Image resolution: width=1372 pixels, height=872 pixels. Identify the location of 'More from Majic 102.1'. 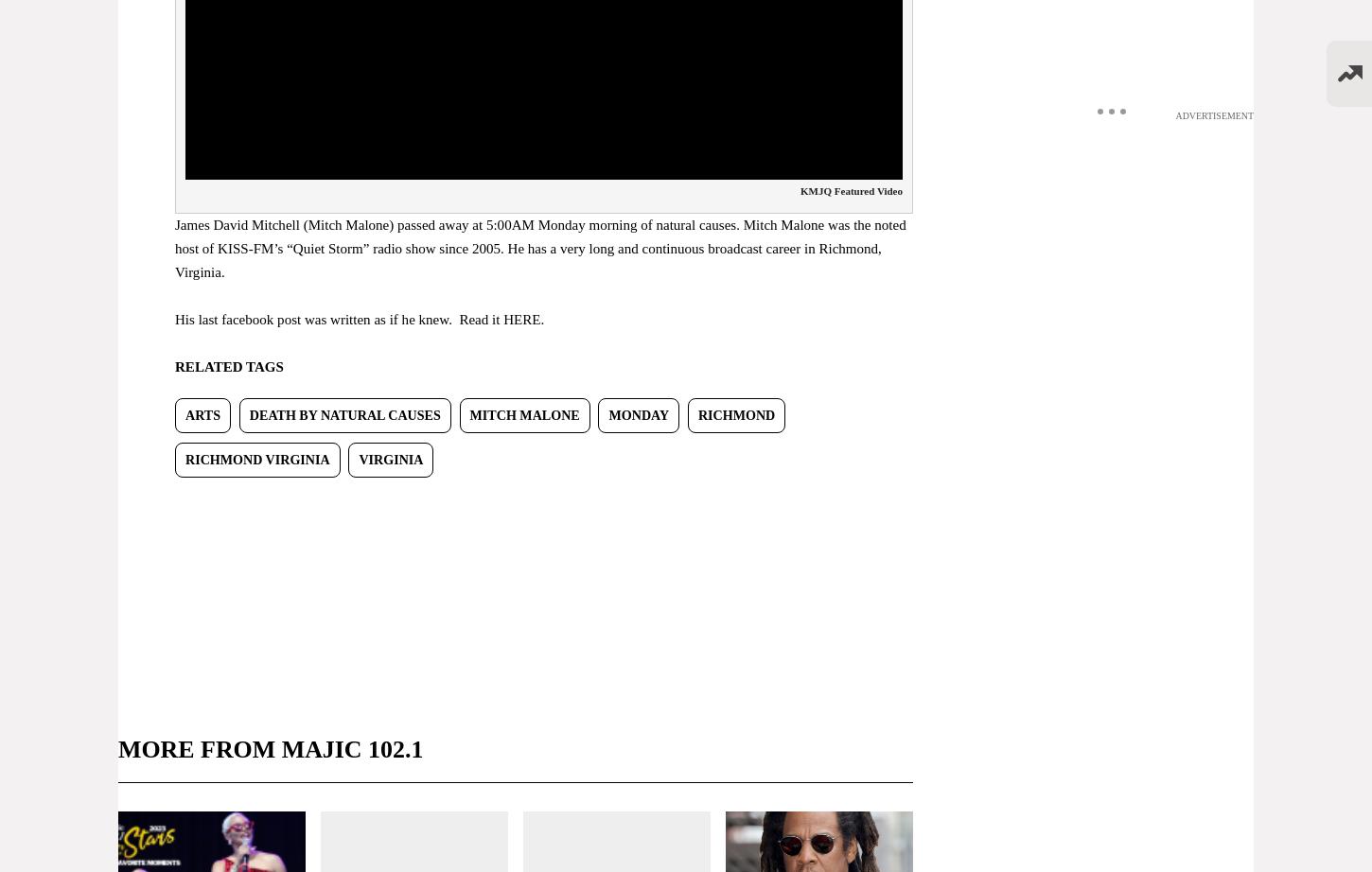
(270, 747).